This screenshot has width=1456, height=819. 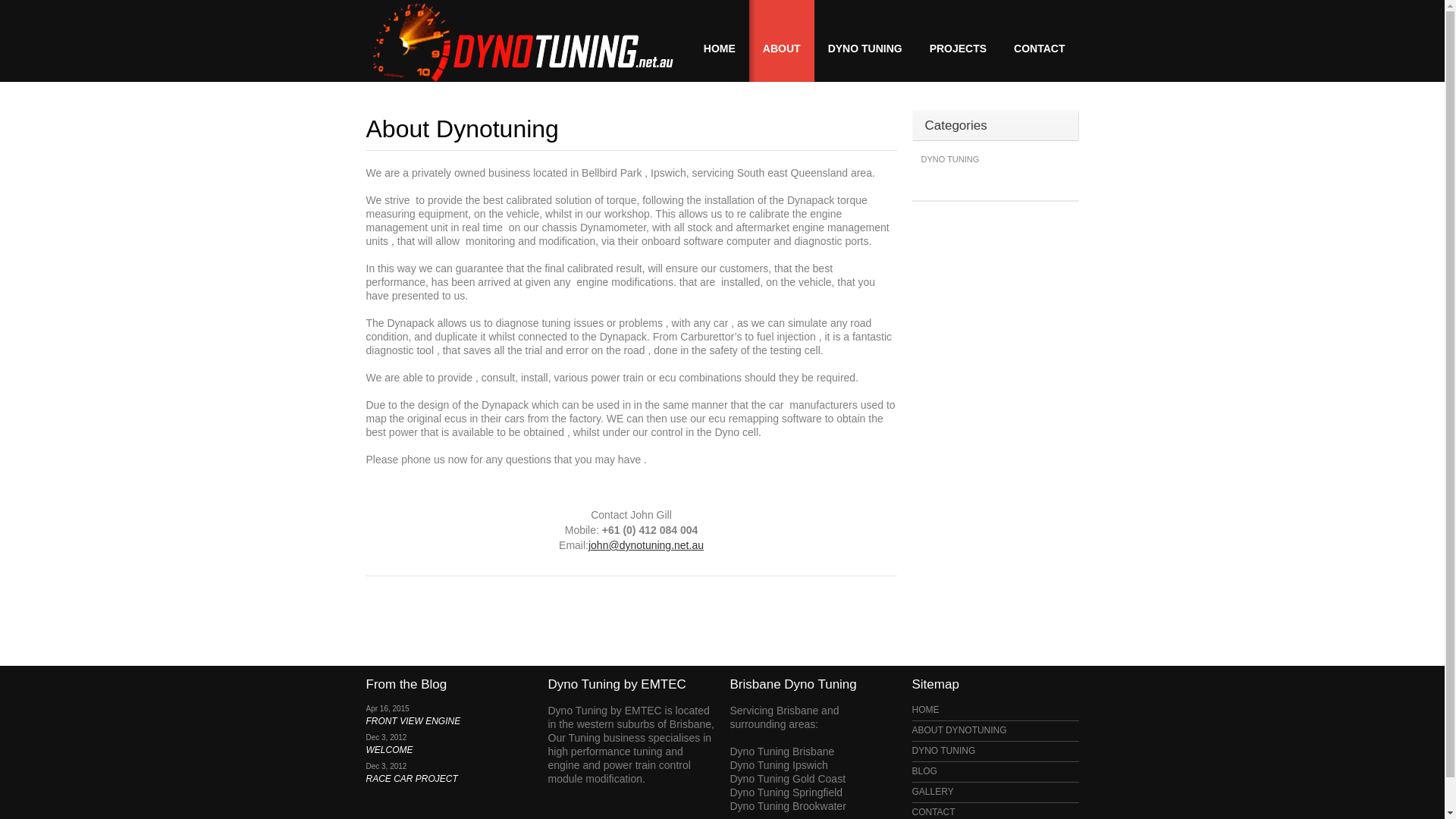 What do you see at coordinates (411, 778) in the screenshot?
I see `'RACE CAR PROJECT'` at bounding box center [411, 778].